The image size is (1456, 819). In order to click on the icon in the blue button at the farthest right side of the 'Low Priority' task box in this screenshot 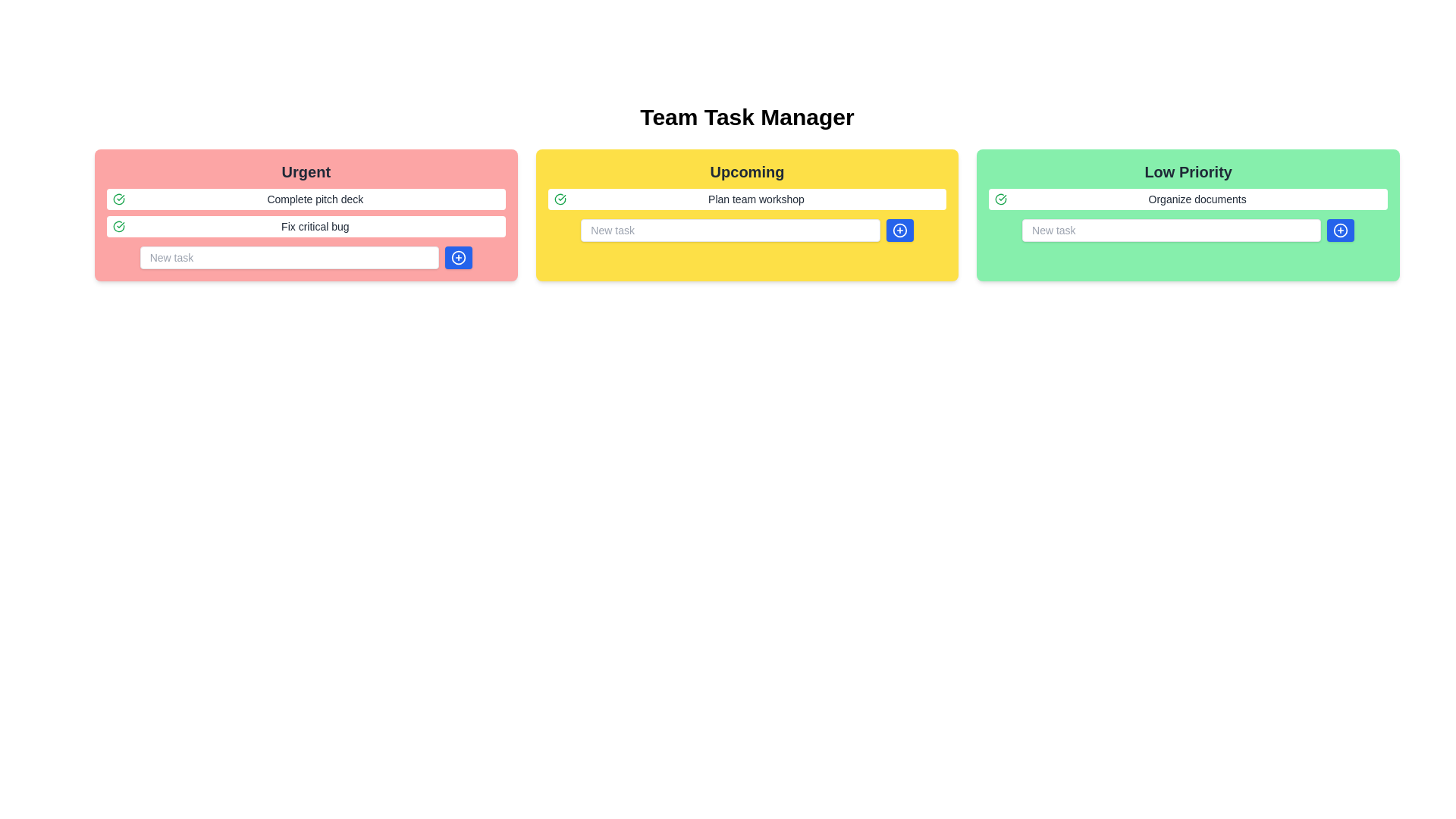, I will do `click(1341, 231)`.